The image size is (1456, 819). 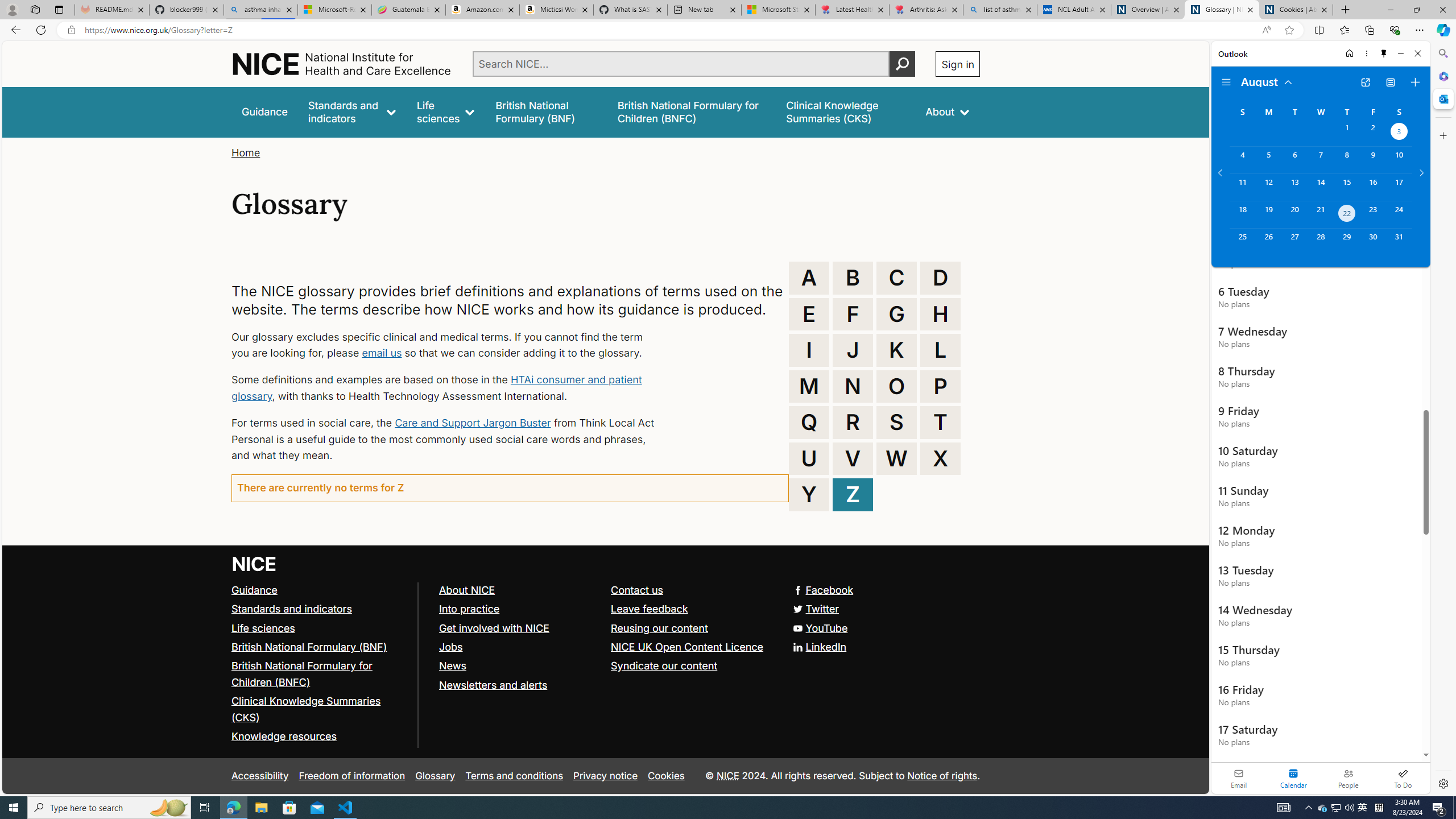 I want to click on 'Thursday, August 29, 2024. ', so click(x=1347, y=242).